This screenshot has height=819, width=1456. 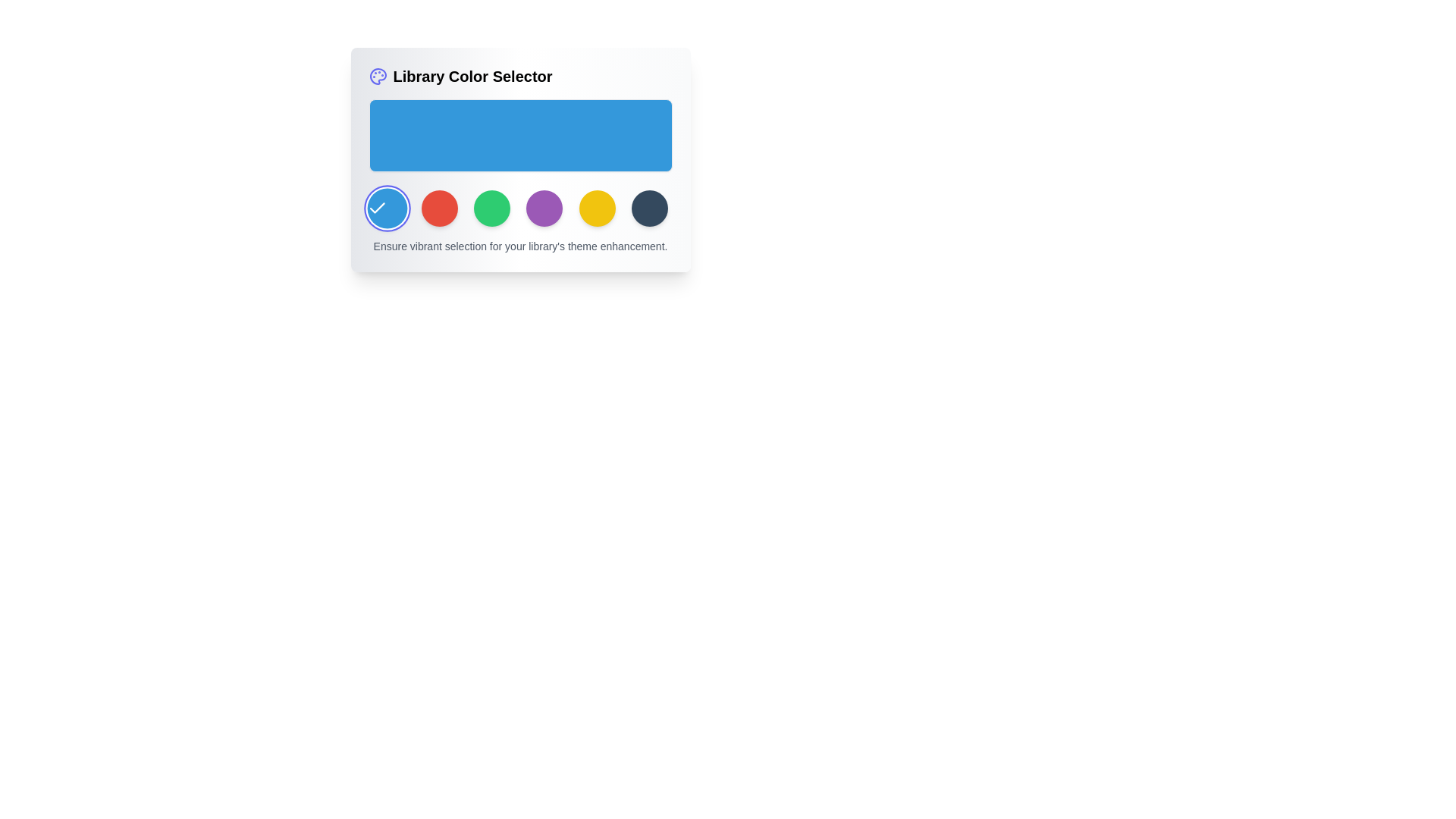 I want to click on the checkmark icon within the circular button, which is the first in a row of circular color options located near the bottom-center of the card-like interface, so click(x=377, y=208).